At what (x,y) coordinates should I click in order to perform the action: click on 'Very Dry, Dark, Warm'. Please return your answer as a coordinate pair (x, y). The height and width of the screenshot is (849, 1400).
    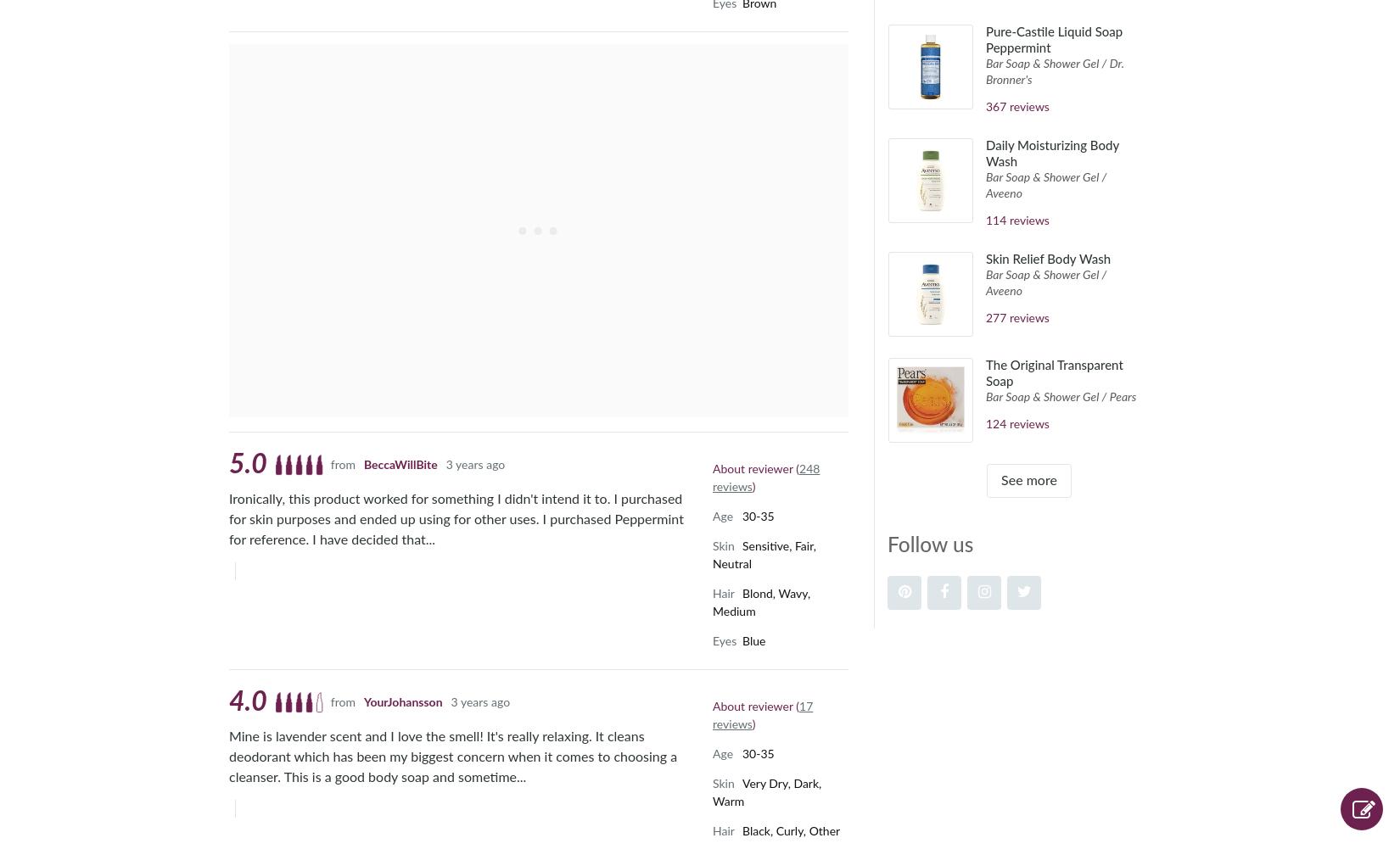
    Looking at the image, I should click on (767, 791).